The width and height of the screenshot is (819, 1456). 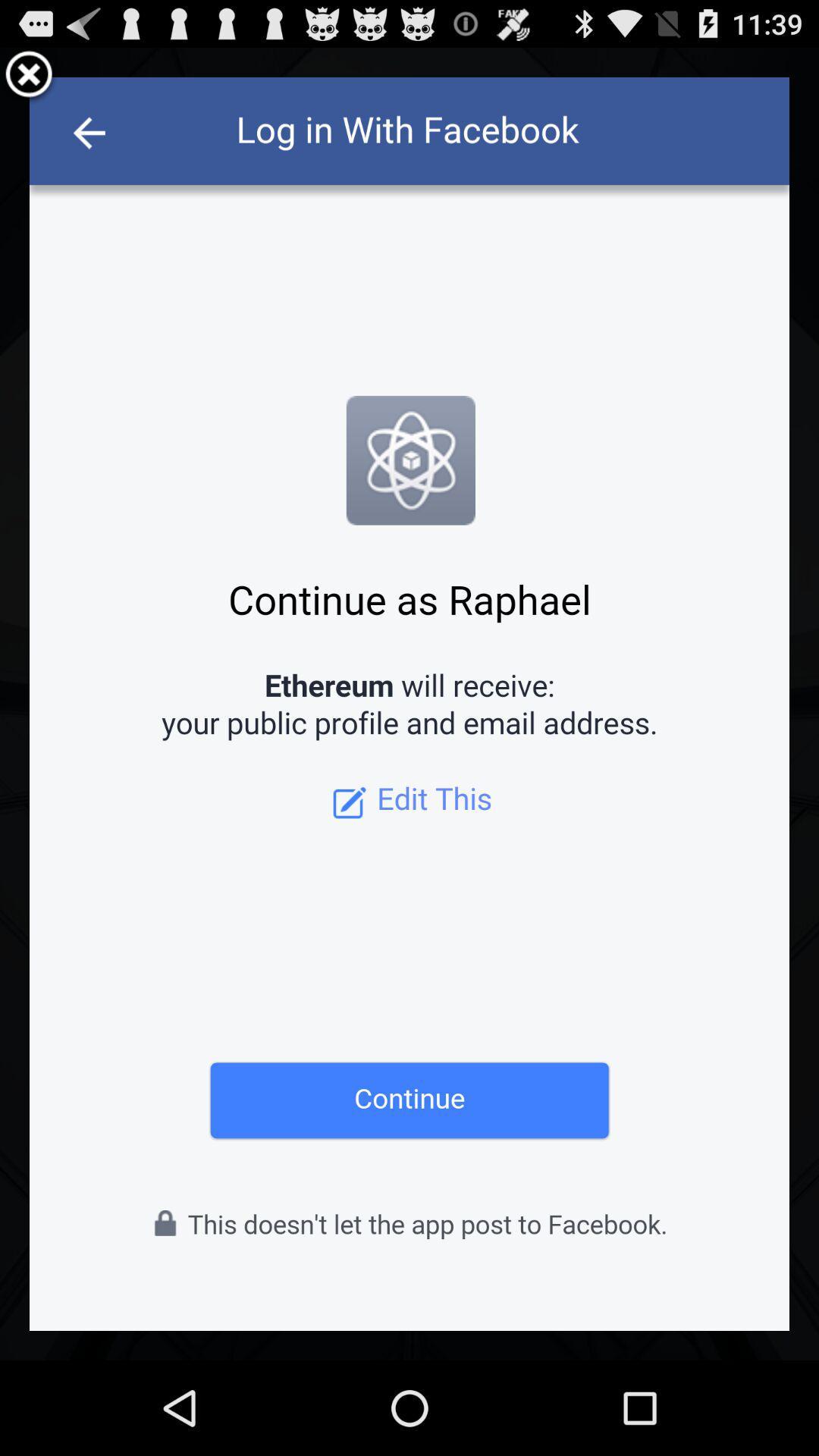 I want to click on close patturn, so click(x=29, y=76).